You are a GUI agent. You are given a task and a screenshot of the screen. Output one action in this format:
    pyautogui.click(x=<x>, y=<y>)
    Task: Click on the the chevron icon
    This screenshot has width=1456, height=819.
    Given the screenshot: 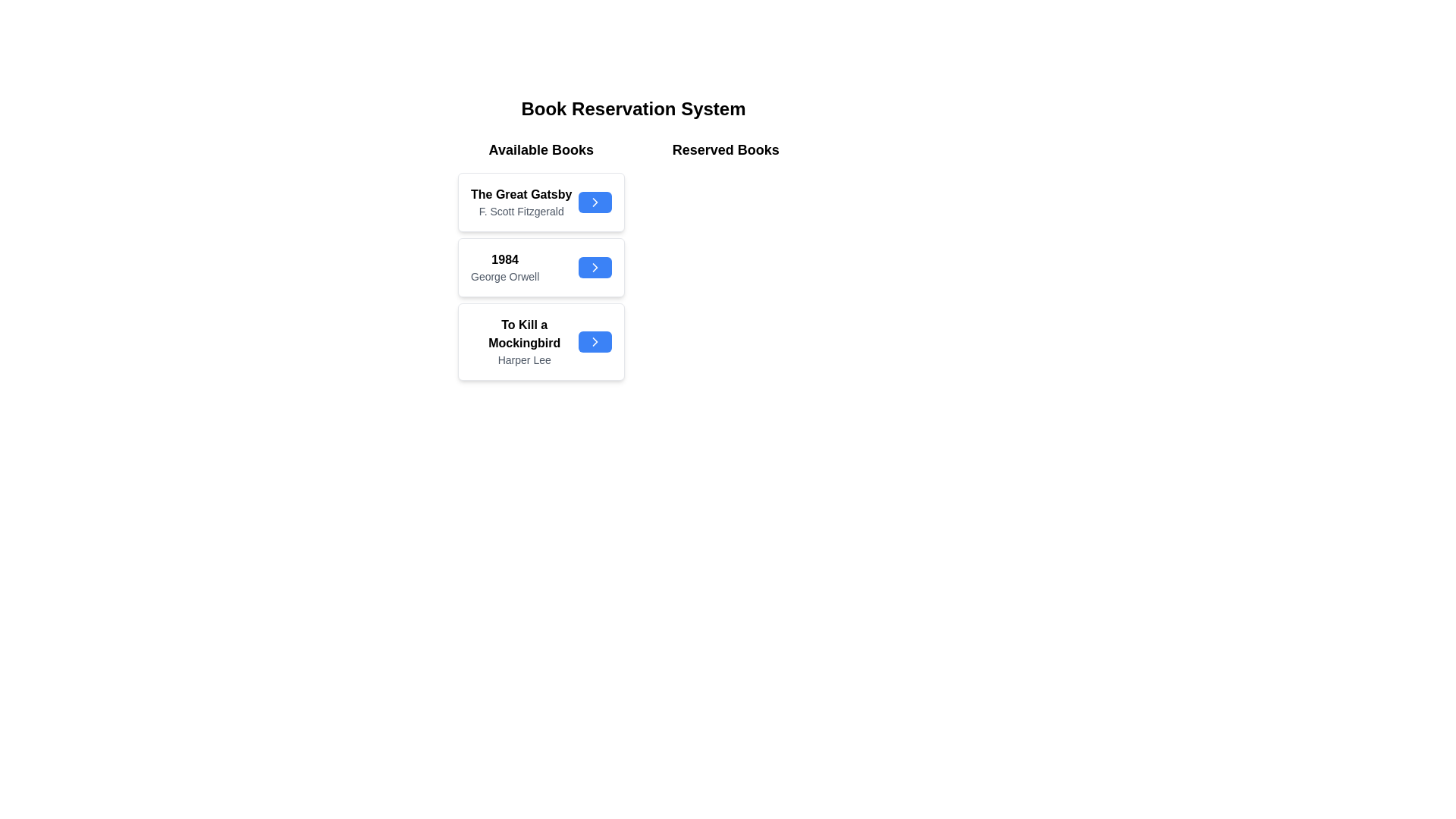 What is the action you would take?
    pyautogui.click(x=594, y=201)
    